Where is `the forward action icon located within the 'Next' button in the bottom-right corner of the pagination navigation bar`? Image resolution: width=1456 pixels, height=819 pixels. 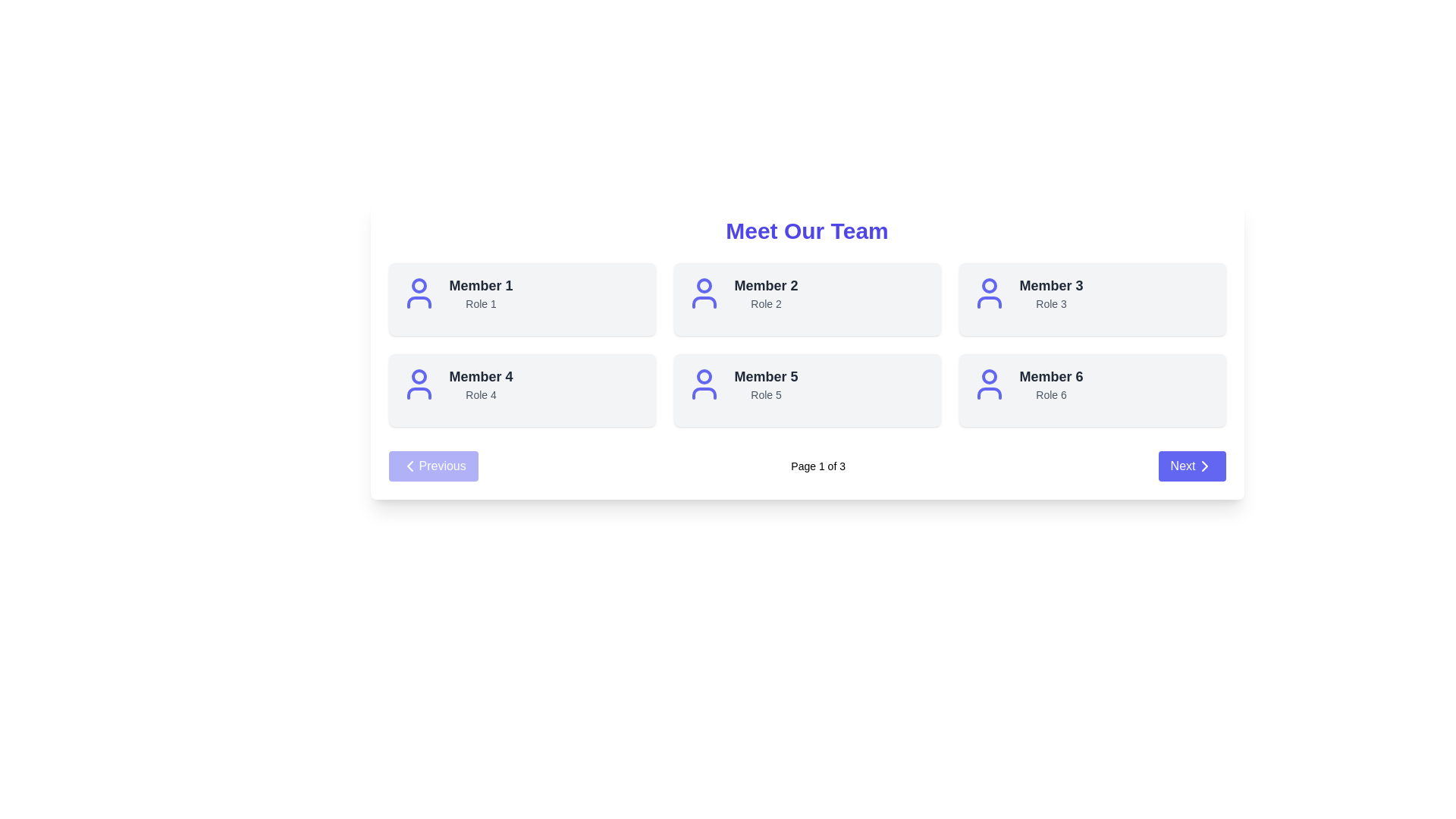 the forward action icon located within the 'Next' button in the bottom-right corner of the pagination navigation bar is located at coordinates (1203, 465).